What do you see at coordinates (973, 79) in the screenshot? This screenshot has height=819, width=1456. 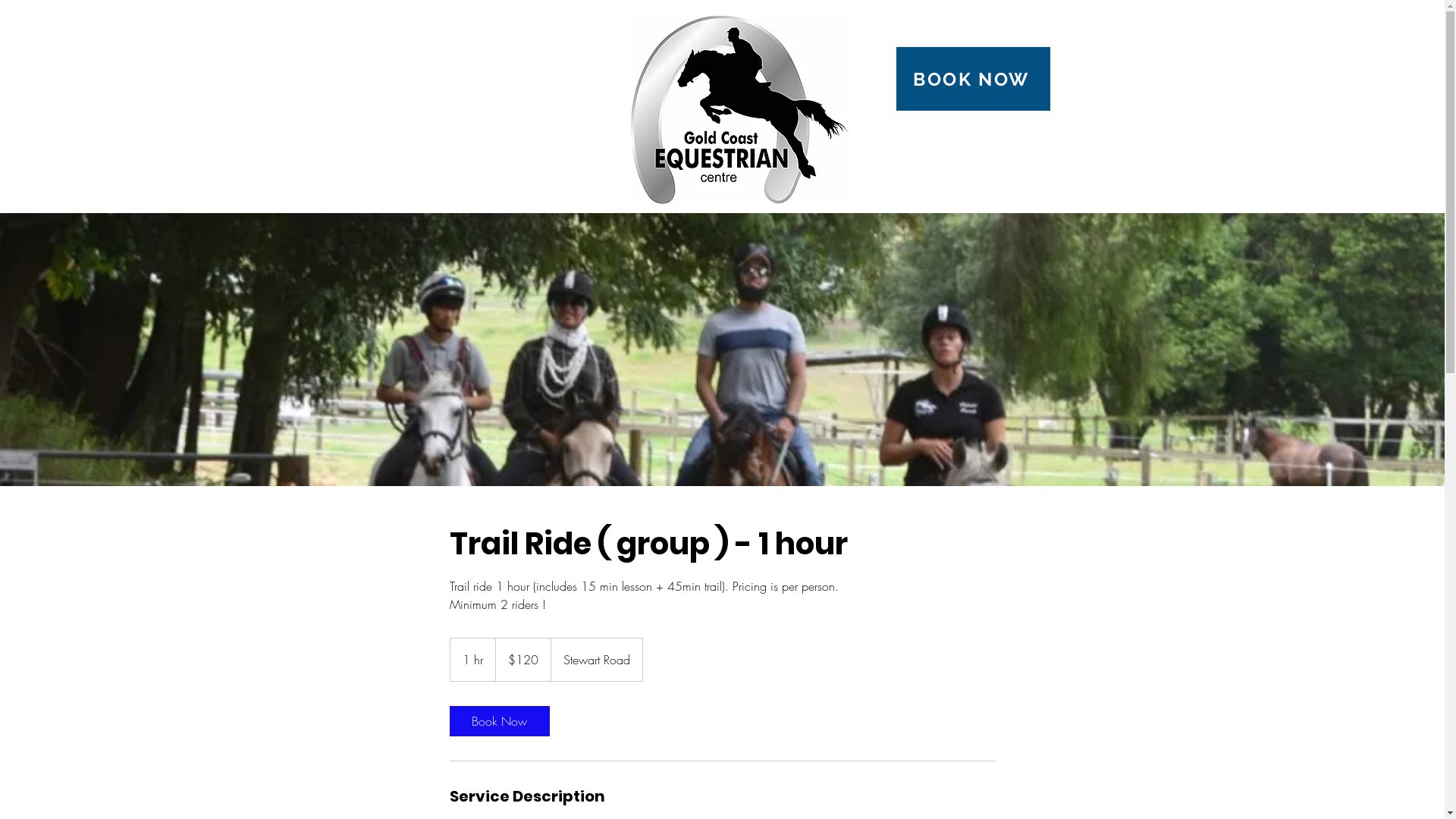 I see `'BOOK NOW'` at bounding box center [973, 79].